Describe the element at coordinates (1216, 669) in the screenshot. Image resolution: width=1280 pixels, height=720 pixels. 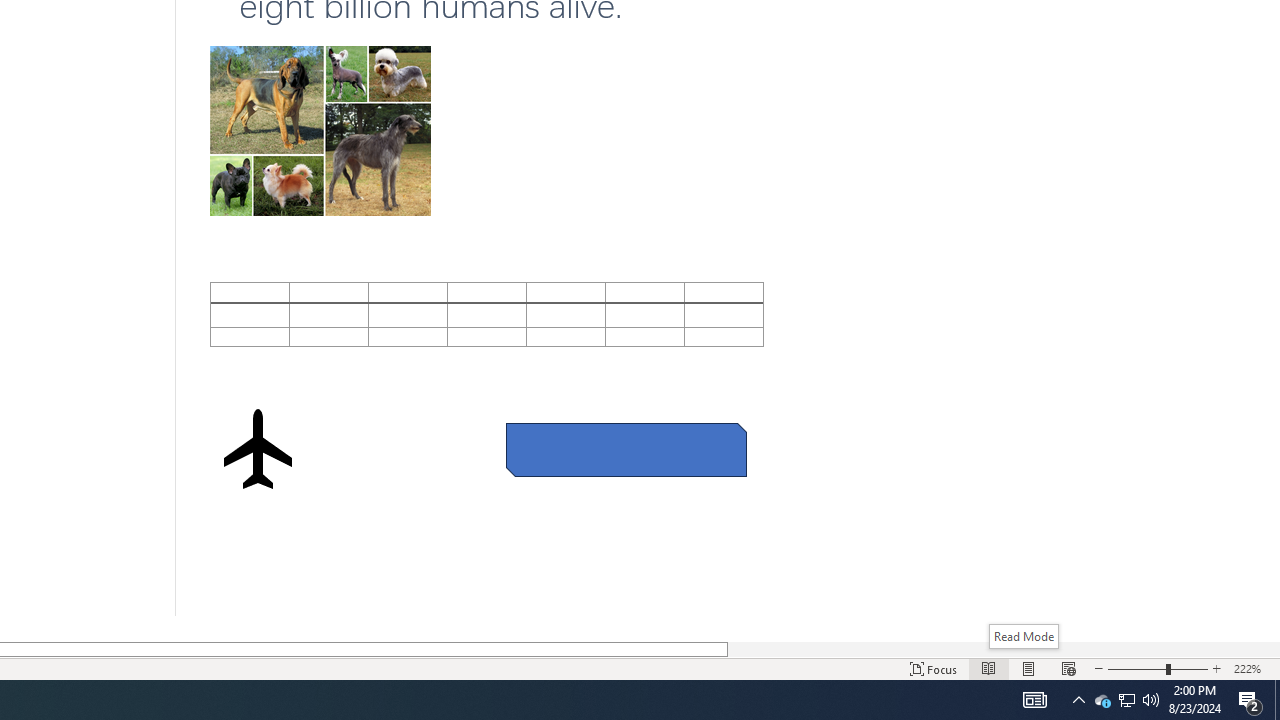
I see `'Increase Text Size'` at that location.